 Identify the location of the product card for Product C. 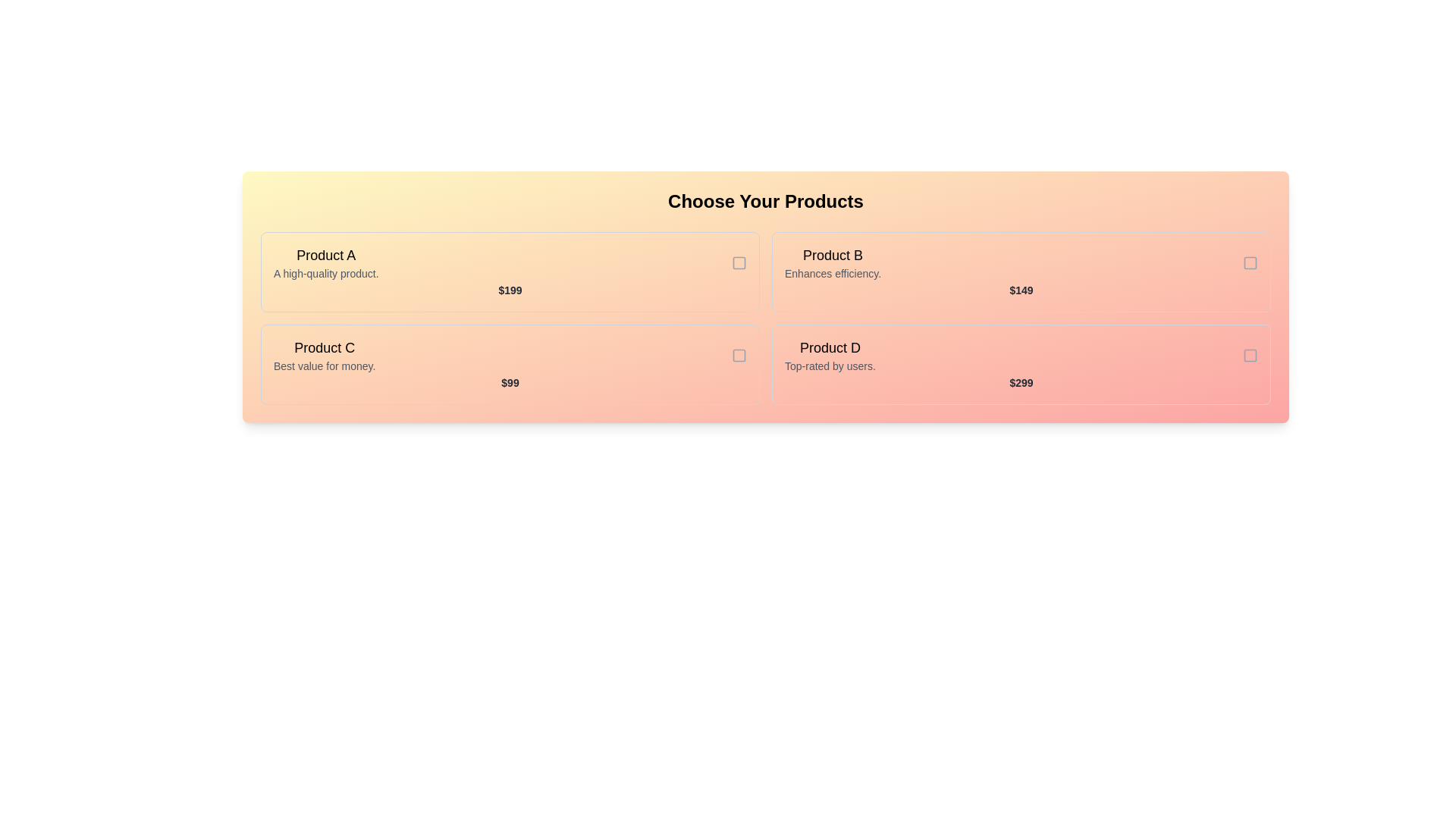
(510, 365).